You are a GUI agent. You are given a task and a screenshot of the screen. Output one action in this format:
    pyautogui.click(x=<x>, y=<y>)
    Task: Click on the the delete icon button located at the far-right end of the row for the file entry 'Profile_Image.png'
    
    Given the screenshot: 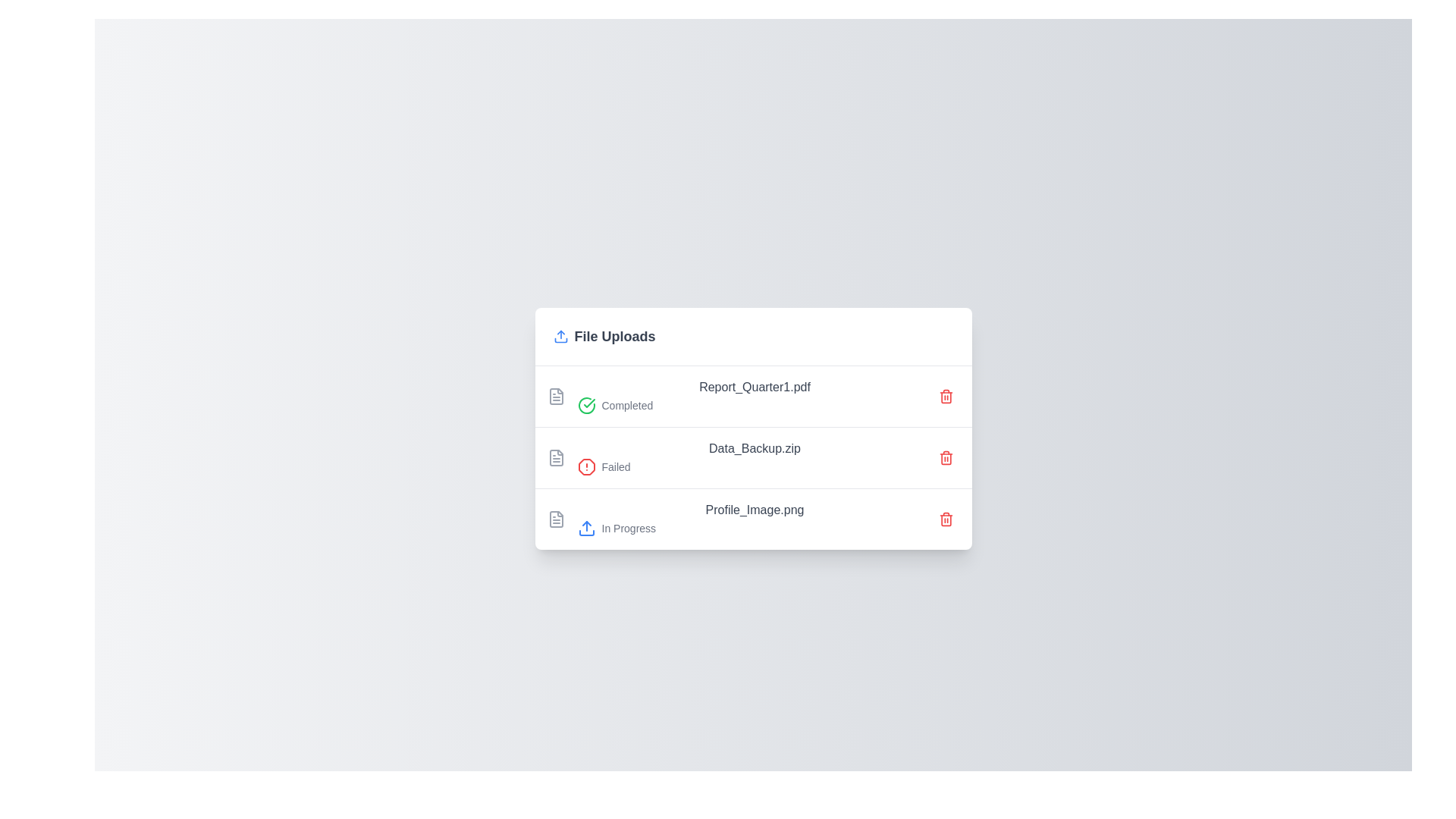 What is the action you would take?
    pyautogui.click(x=945, y=518)
    